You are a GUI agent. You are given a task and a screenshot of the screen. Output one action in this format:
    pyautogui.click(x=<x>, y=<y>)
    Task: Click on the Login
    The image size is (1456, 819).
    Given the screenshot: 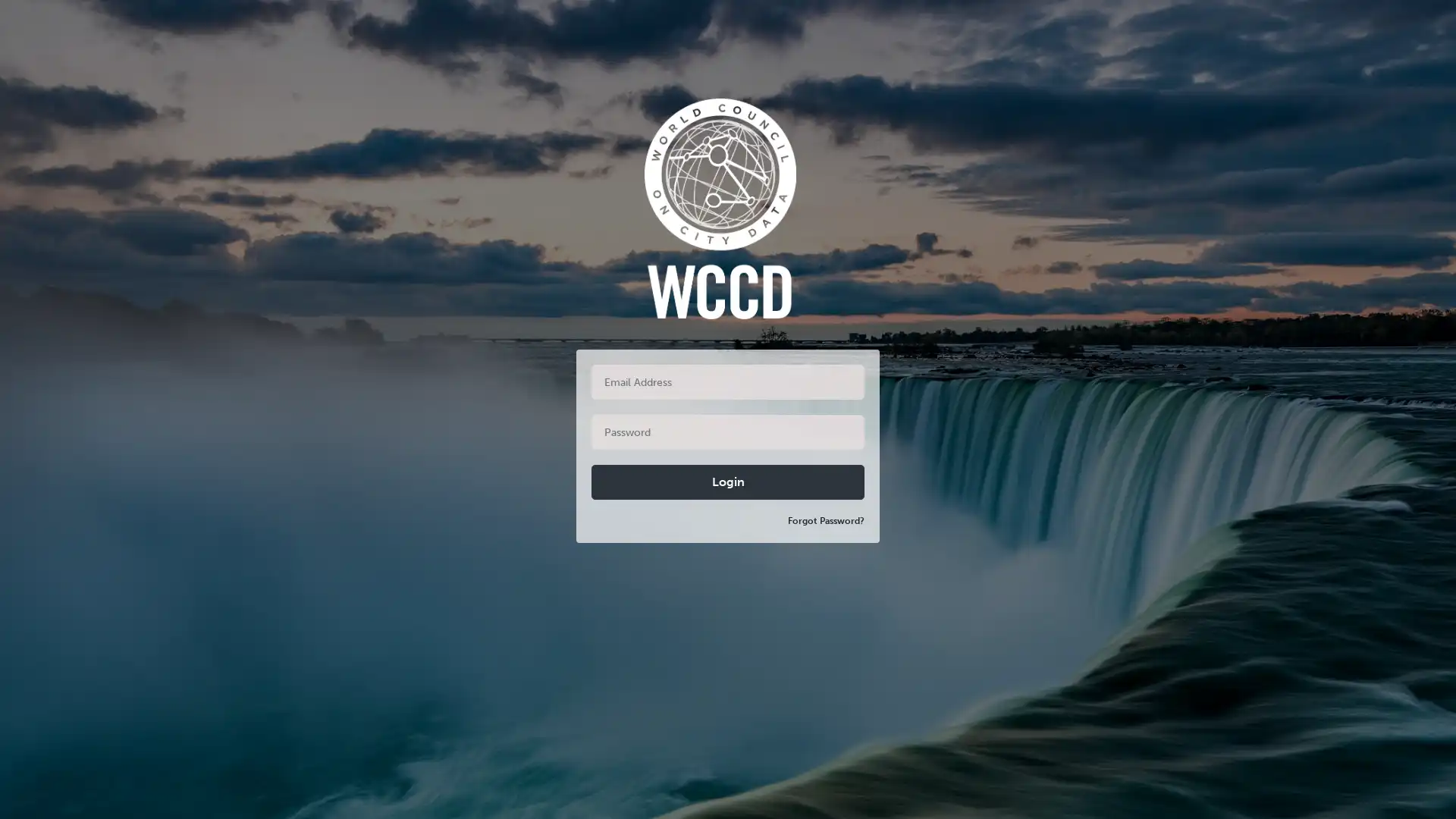 What is the action you would take?
    pyautogui.click(x=728, y=482)
    